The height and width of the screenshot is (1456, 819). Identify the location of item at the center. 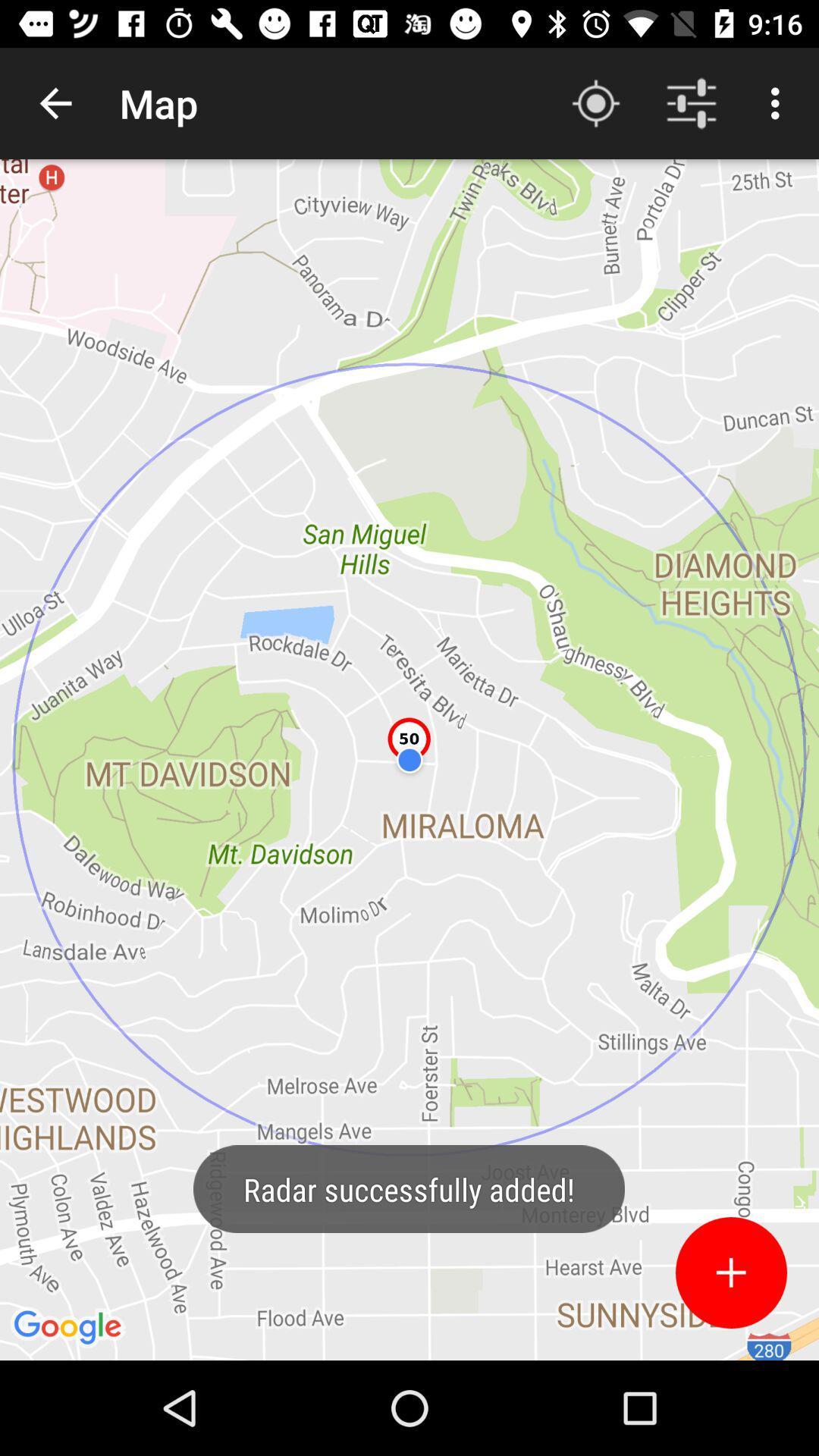
(409, 760).